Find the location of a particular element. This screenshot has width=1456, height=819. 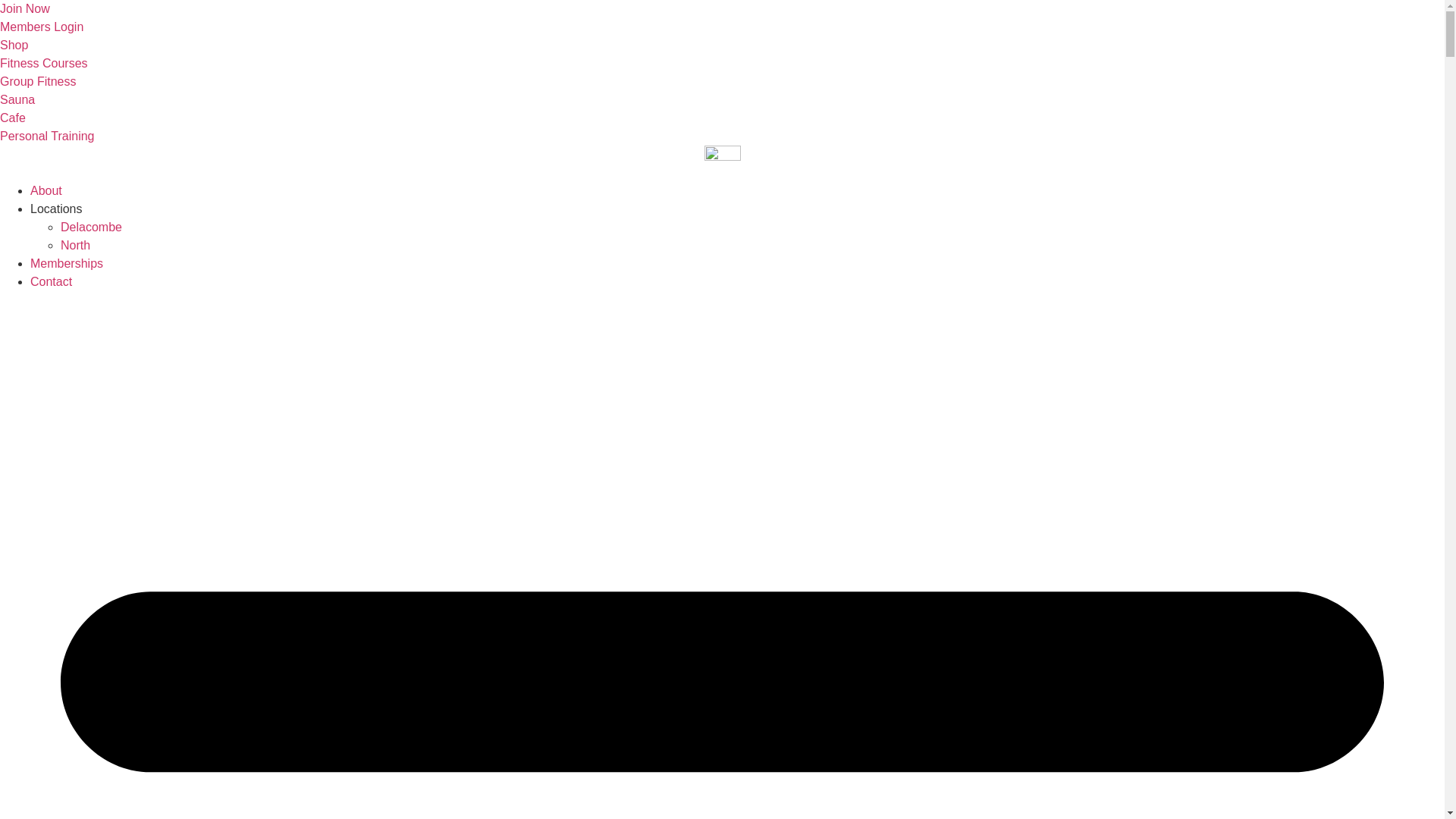

'Shop' is located at coordinates (14, 44).